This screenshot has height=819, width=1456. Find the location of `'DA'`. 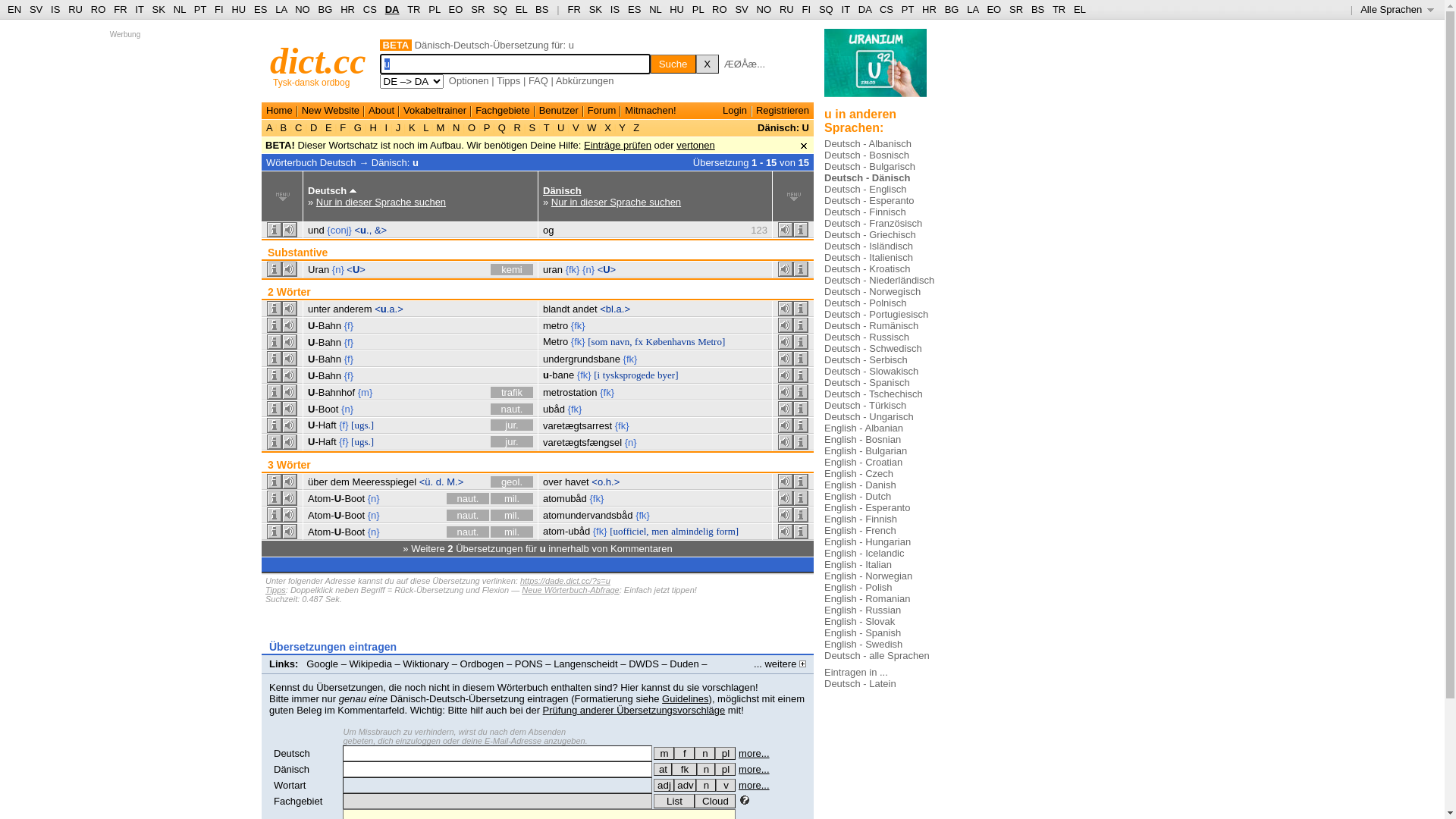

'DA' is located at coordinates (392, 9).